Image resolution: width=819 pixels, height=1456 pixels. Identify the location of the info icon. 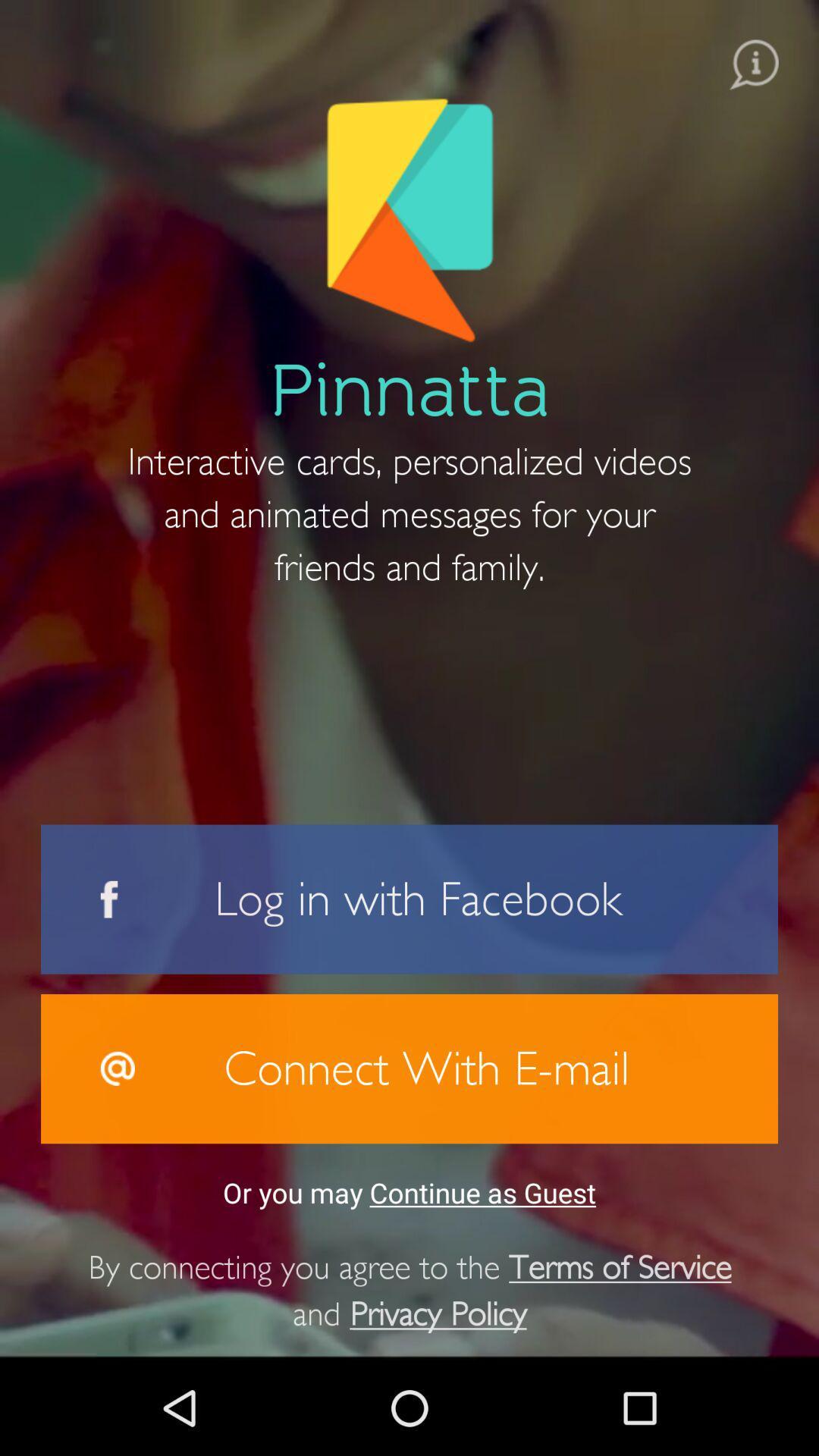
(754, 68).